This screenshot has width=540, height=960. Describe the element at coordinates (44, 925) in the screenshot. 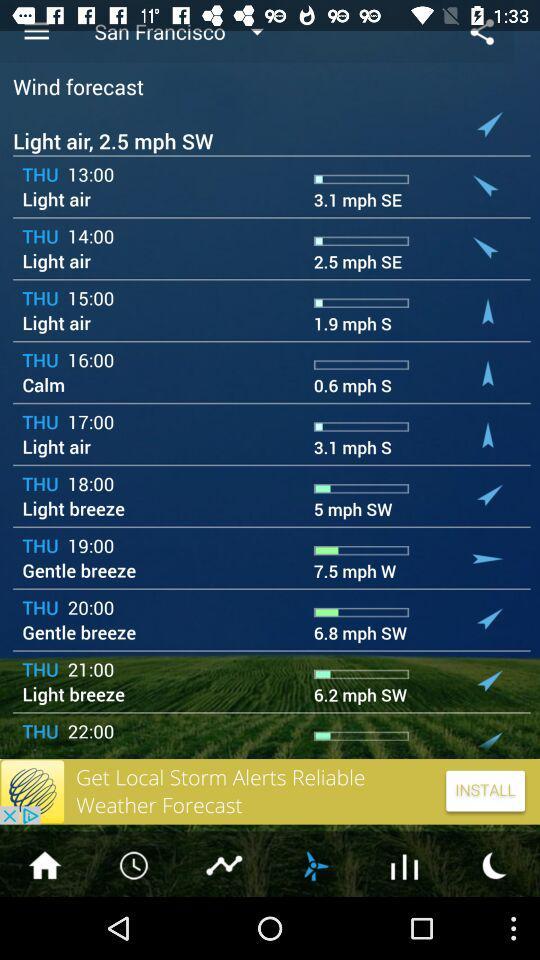

I see `the home icon` at that location.